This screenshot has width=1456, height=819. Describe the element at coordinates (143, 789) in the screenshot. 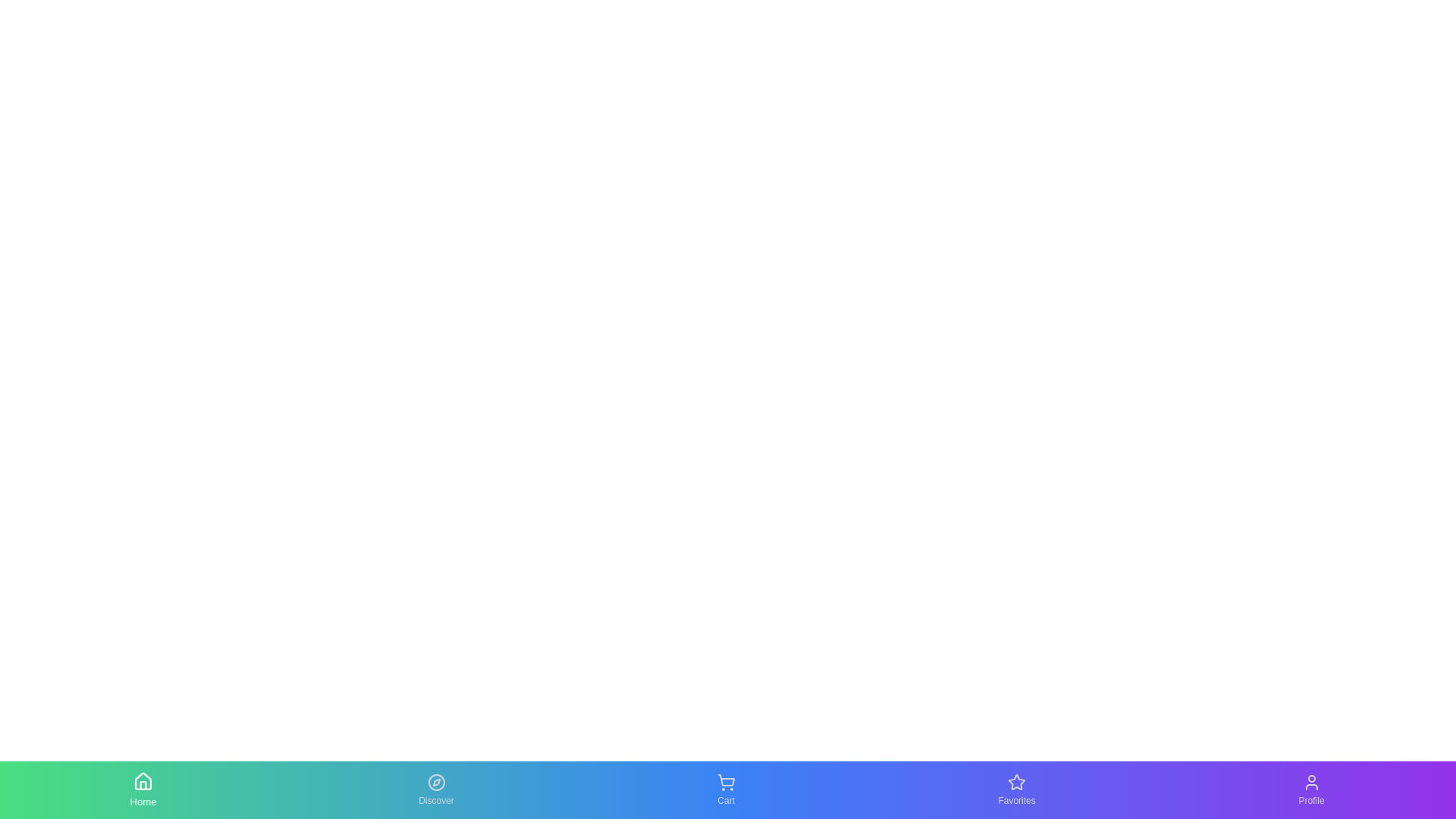

I see `the Home tab to see the hover effect` at that location.